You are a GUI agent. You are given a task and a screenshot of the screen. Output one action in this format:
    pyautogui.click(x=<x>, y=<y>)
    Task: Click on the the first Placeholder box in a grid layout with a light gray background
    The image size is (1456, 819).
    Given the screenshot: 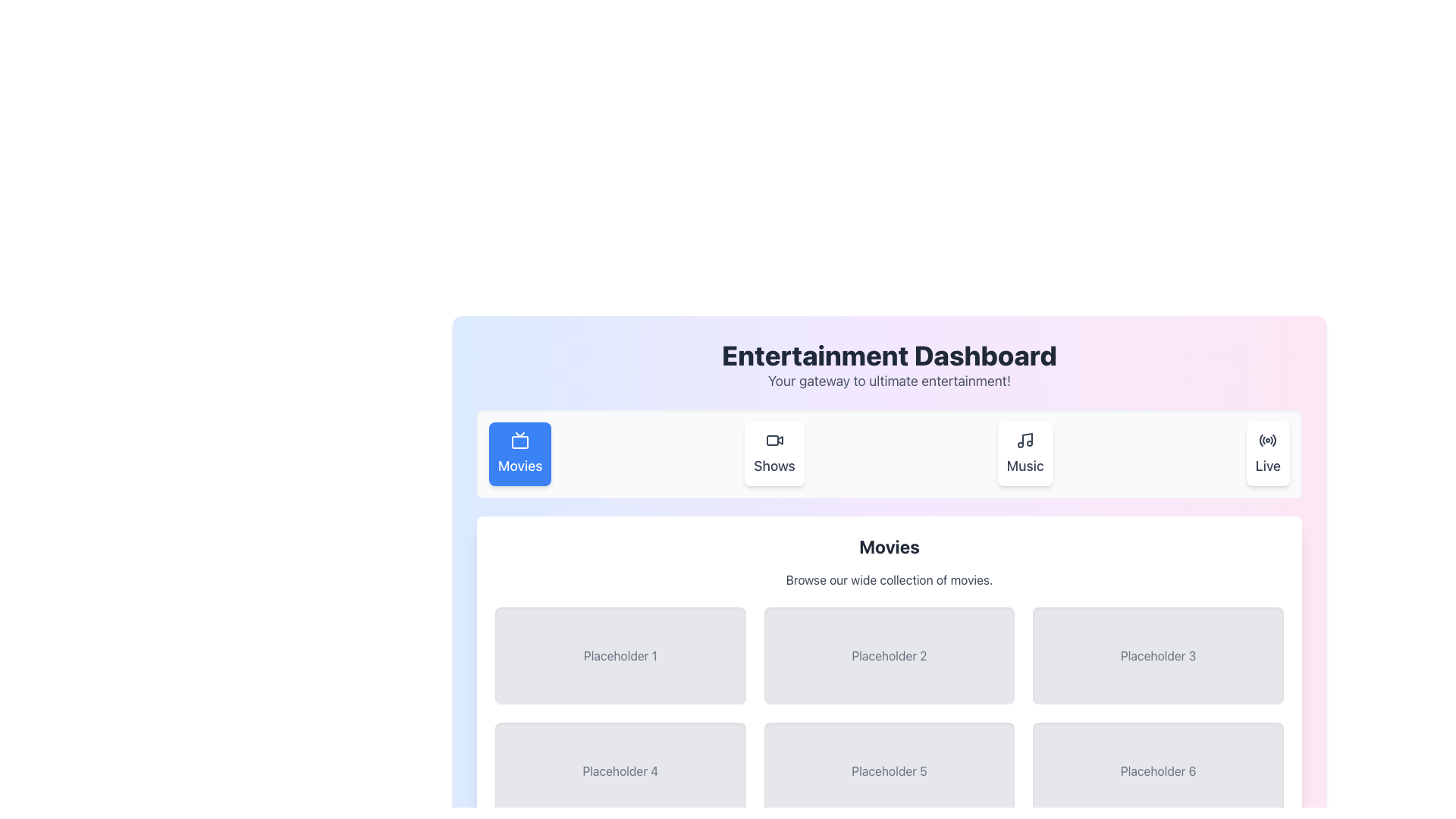 What is the action you would take?
    pyautogui.click(x=620, y=654)
    